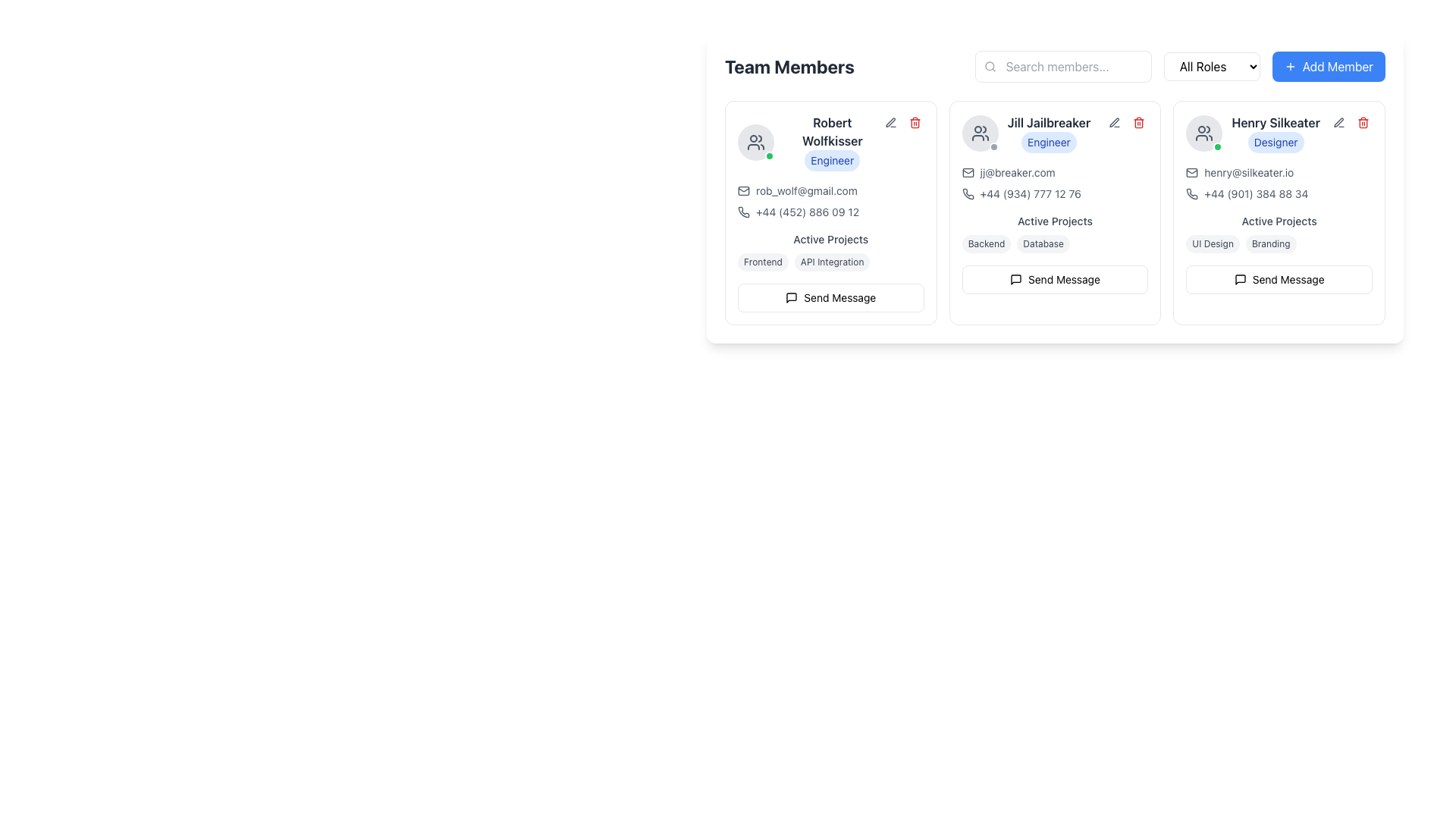  What do you see at coordinates (830, 143) in the screenshot?
I see `text 'Robert Wolfkisser' displayed in bold at the top of the contact card for the team member, which is located near the top-left section of the profile card` at bounding box center [830, 143].